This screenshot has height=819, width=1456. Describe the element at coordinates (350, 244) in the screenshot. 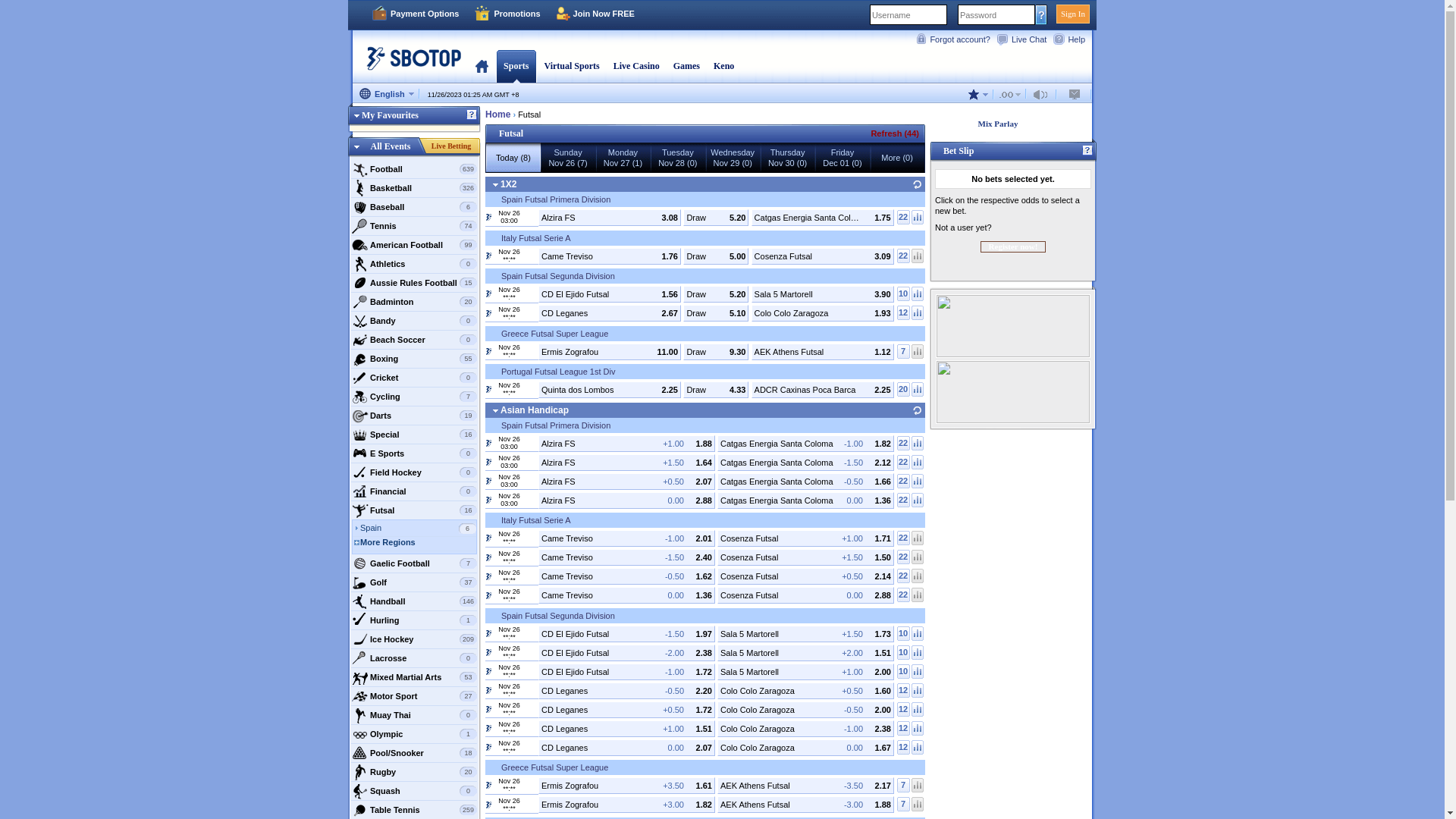

I see `'American Football` at that location.